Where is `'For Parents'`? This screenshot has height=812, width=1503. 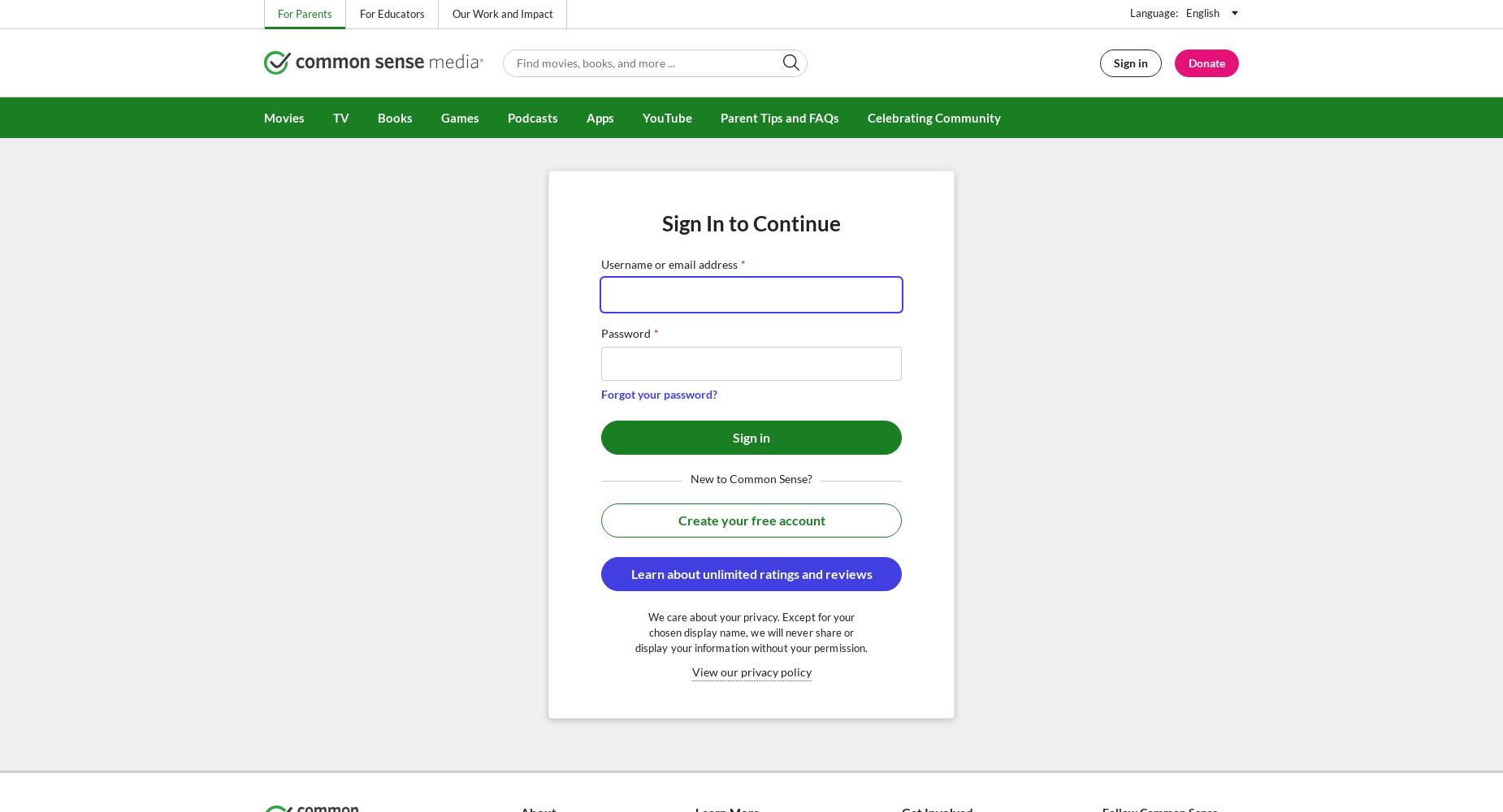
'For Parents' is located at coordinates (304, 14).